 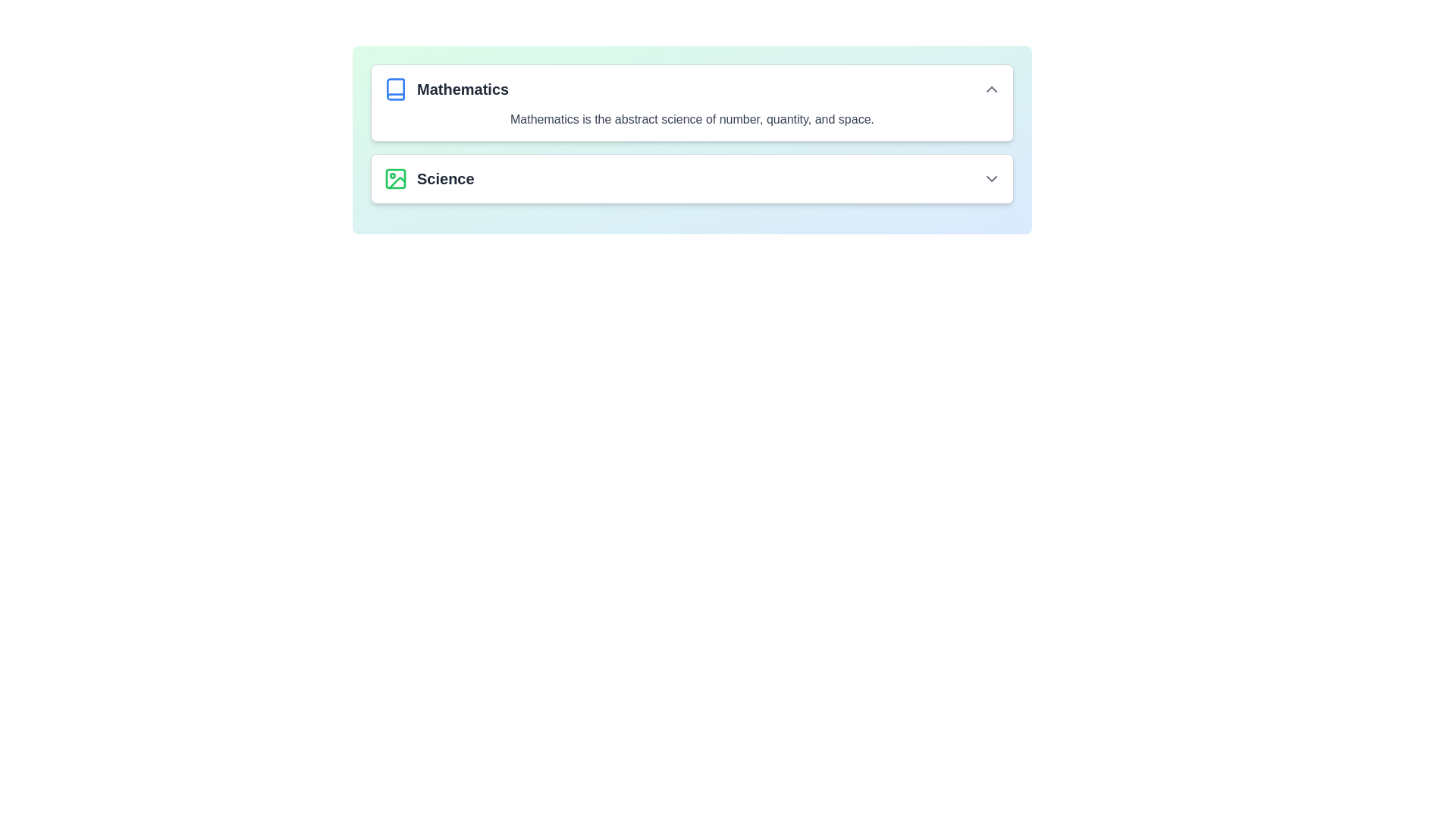 I want to click on the green photo frame icon next to the bold 'Science' text label, so click(x=428, y=177).